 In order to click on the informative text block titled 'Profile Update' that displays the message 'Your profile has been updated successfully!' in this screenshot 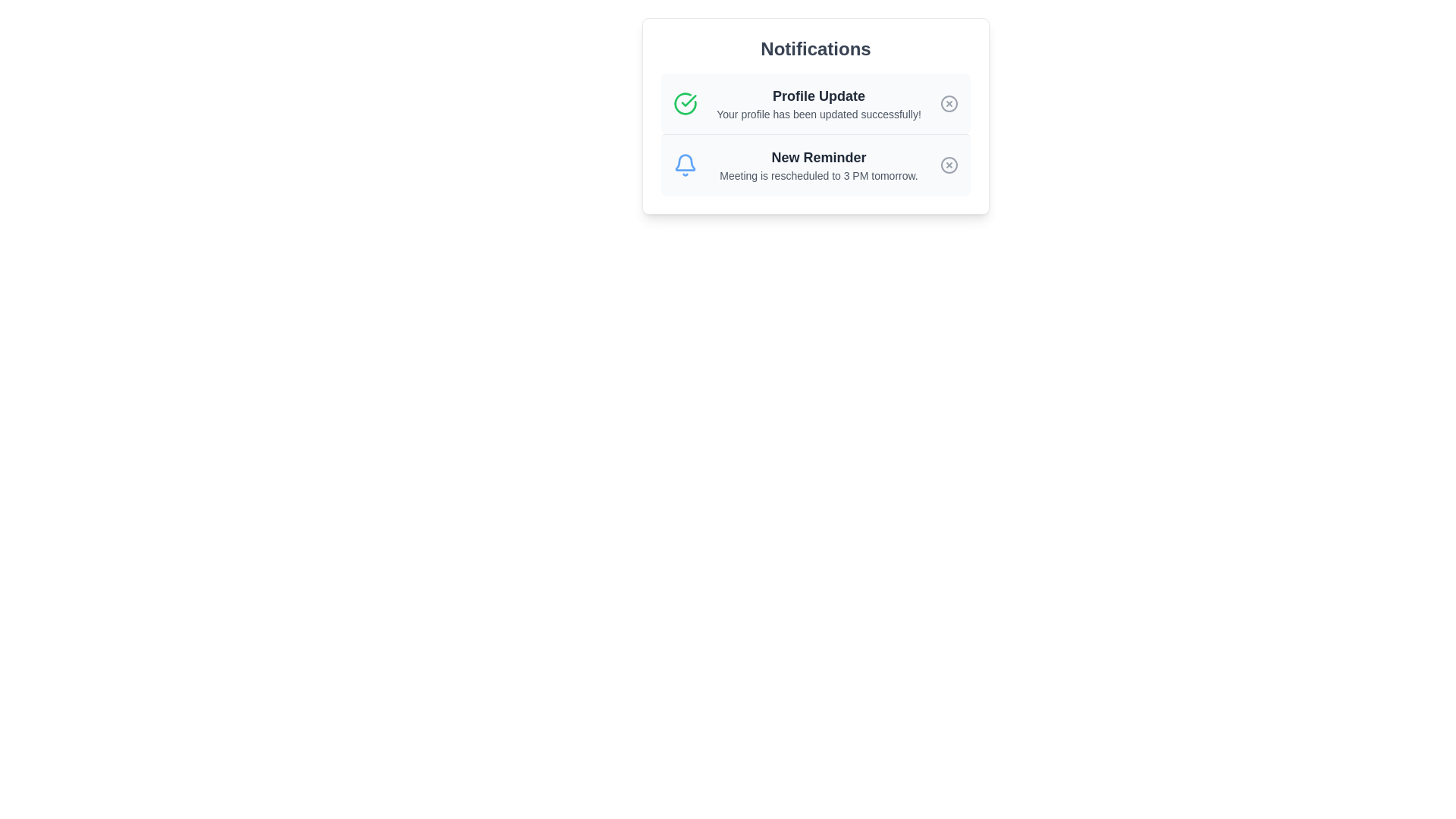, I will do `click(818, 103)`.